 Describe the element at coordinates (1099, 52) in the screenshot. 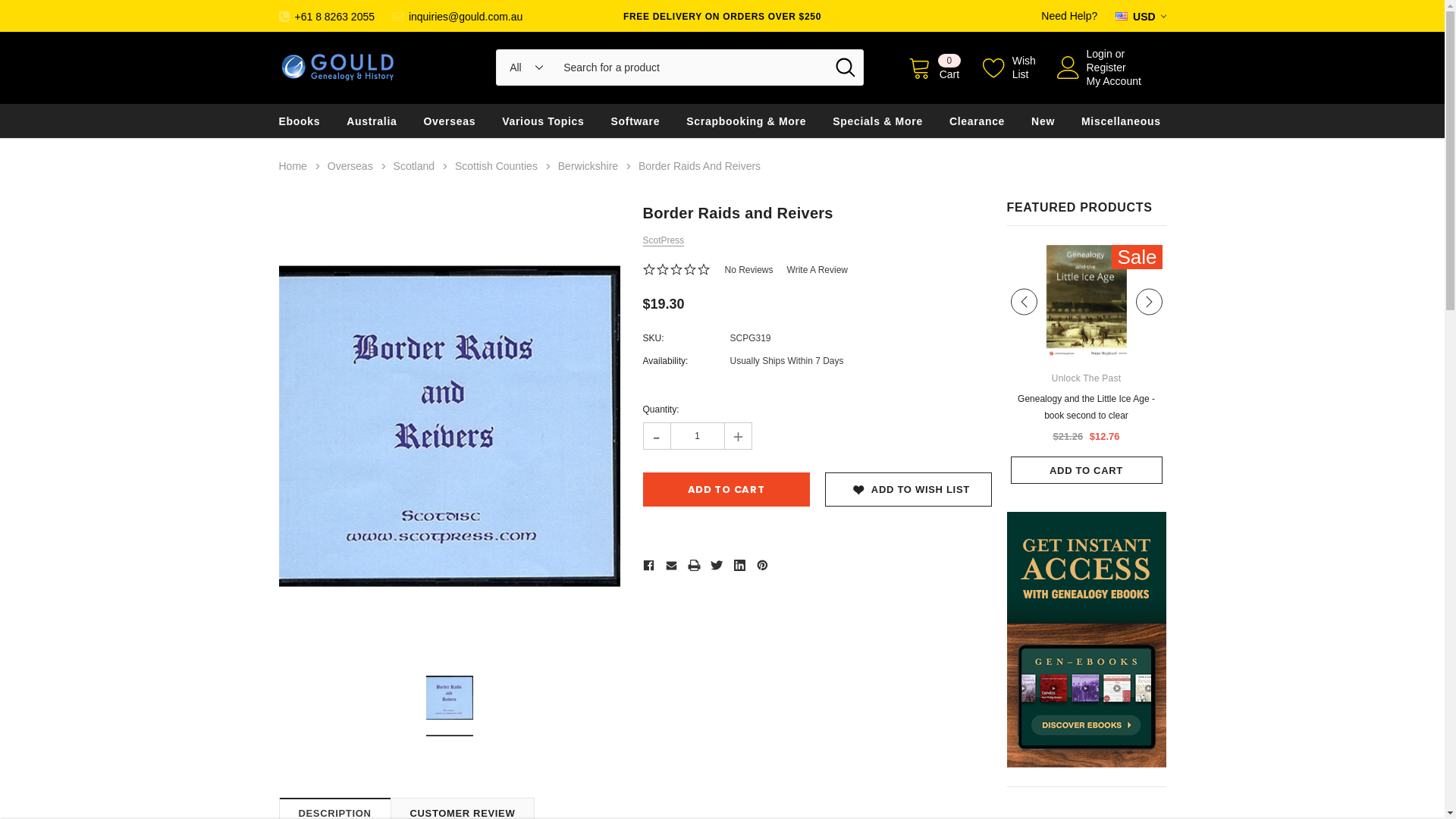

I see `'Login'` at that location.